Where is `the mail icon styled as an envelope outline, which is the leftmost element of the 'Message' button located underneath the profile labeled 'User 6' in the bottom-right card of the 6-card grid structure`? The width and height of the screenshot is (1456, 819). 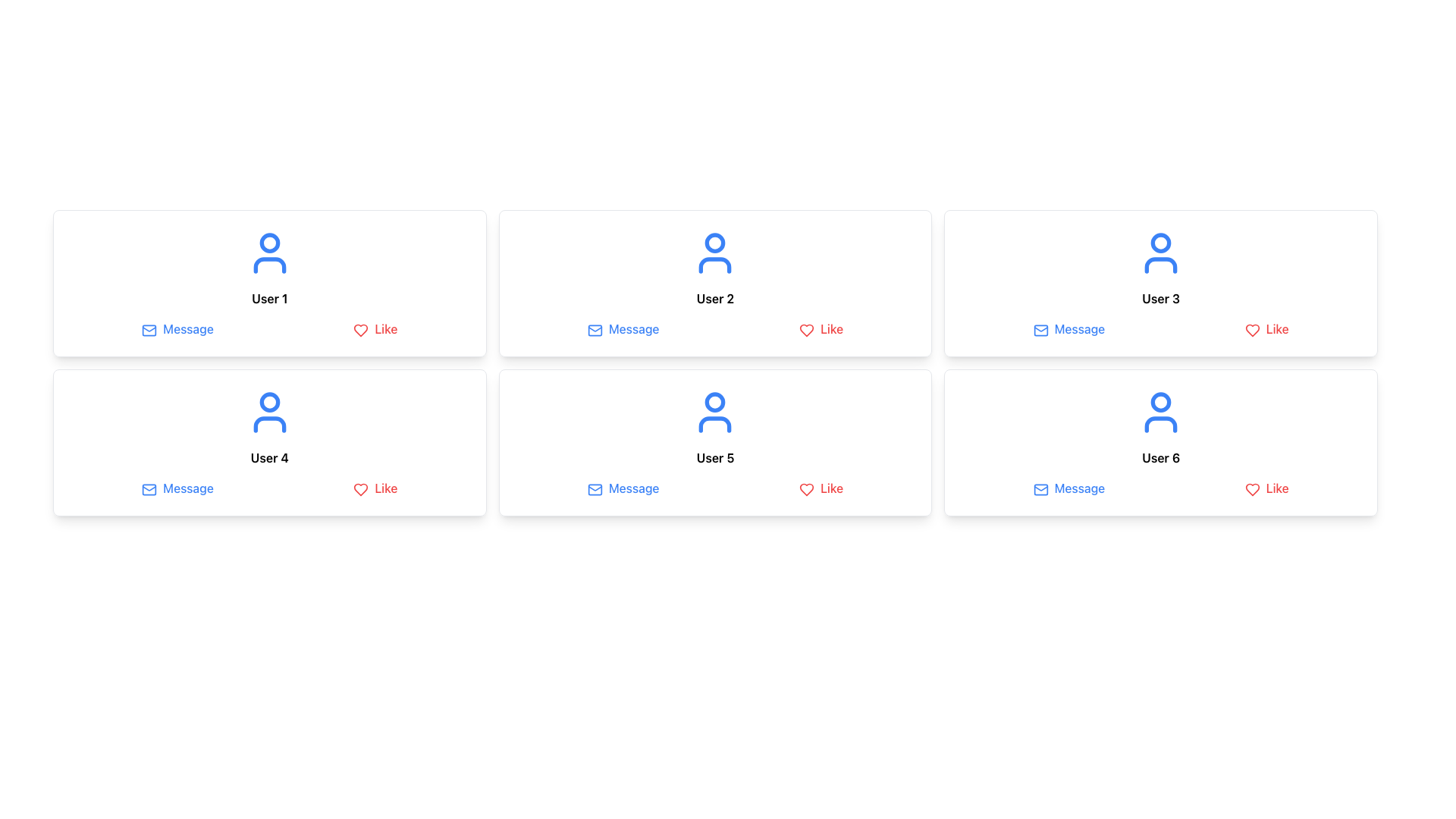 the mail icon styled as an envelope outline, which is the leftmost element of the 'Message' button located underneath the profile labeled 'User 6' in the bottom-right card of the 6-card grid structure is located at coordinates (1040, 489).